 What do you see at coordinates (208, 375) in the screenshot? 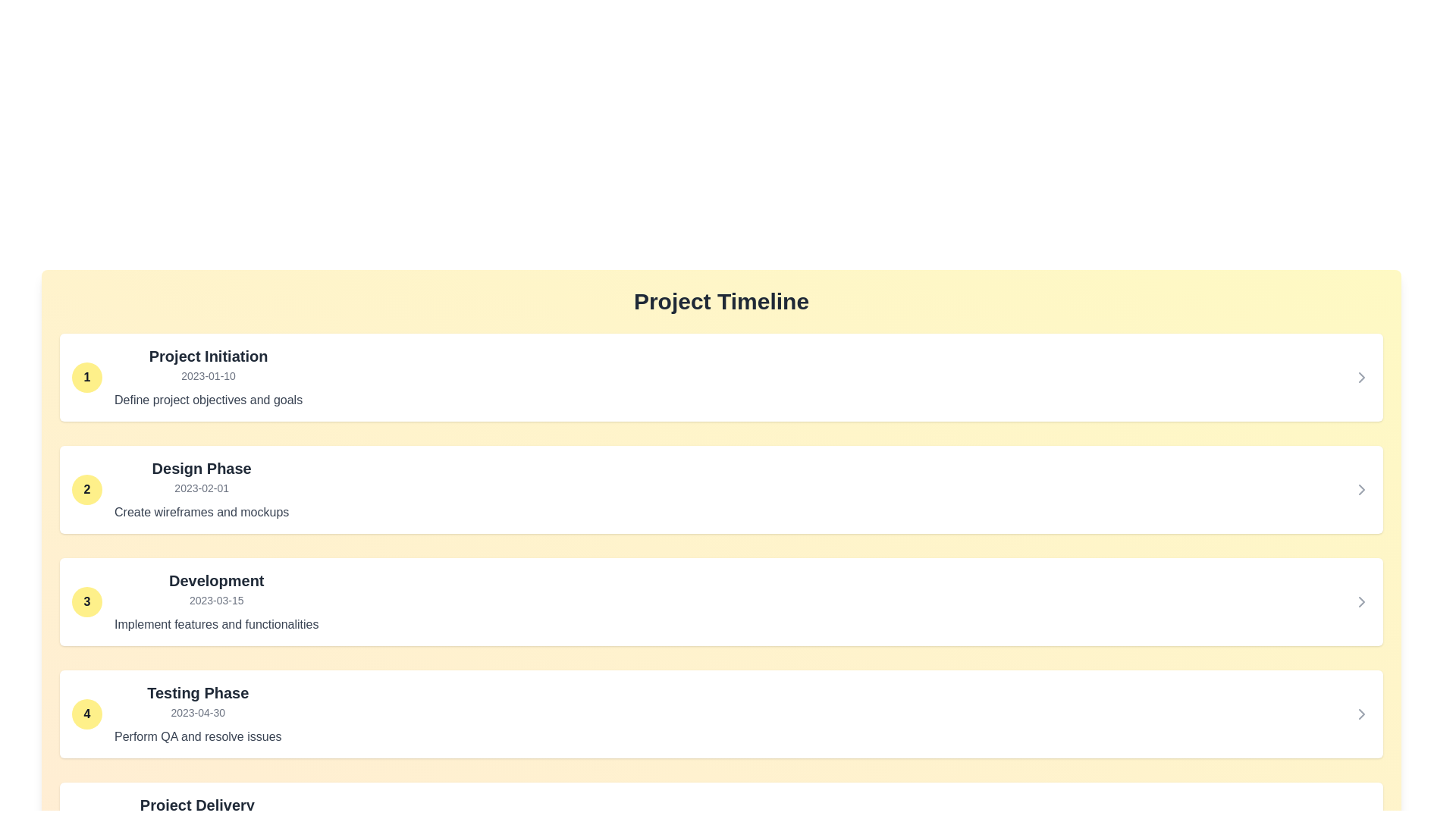
I see `date displayed in the text label located in the 'Project Initiation' section, which is the central smaller text positioned below the section's title` at bounding box center [208, 375].